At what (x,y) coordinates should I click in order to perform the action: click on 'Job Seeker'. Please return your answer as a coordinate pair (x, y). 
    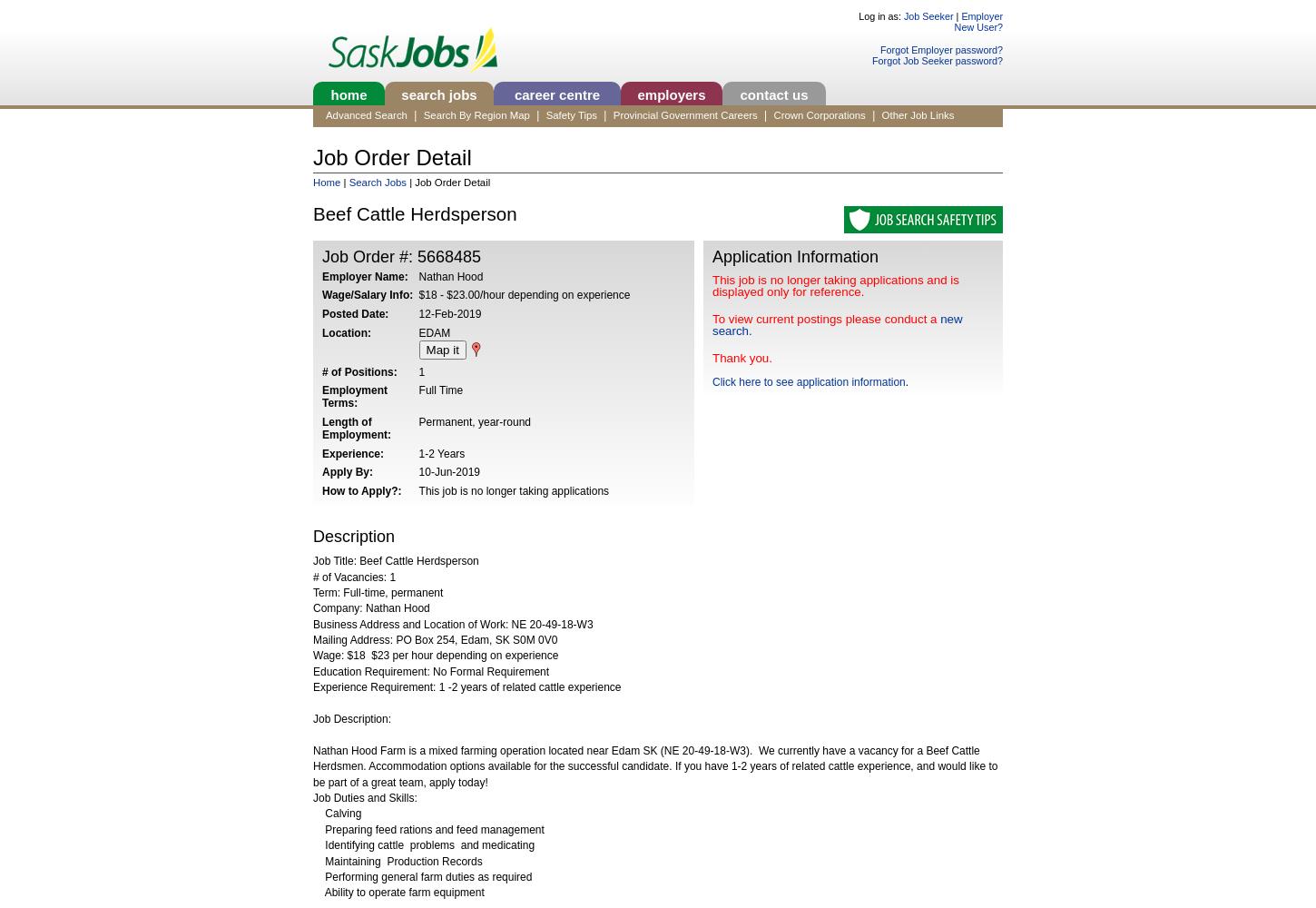
    Looking at the image, I should click on (928, 16).